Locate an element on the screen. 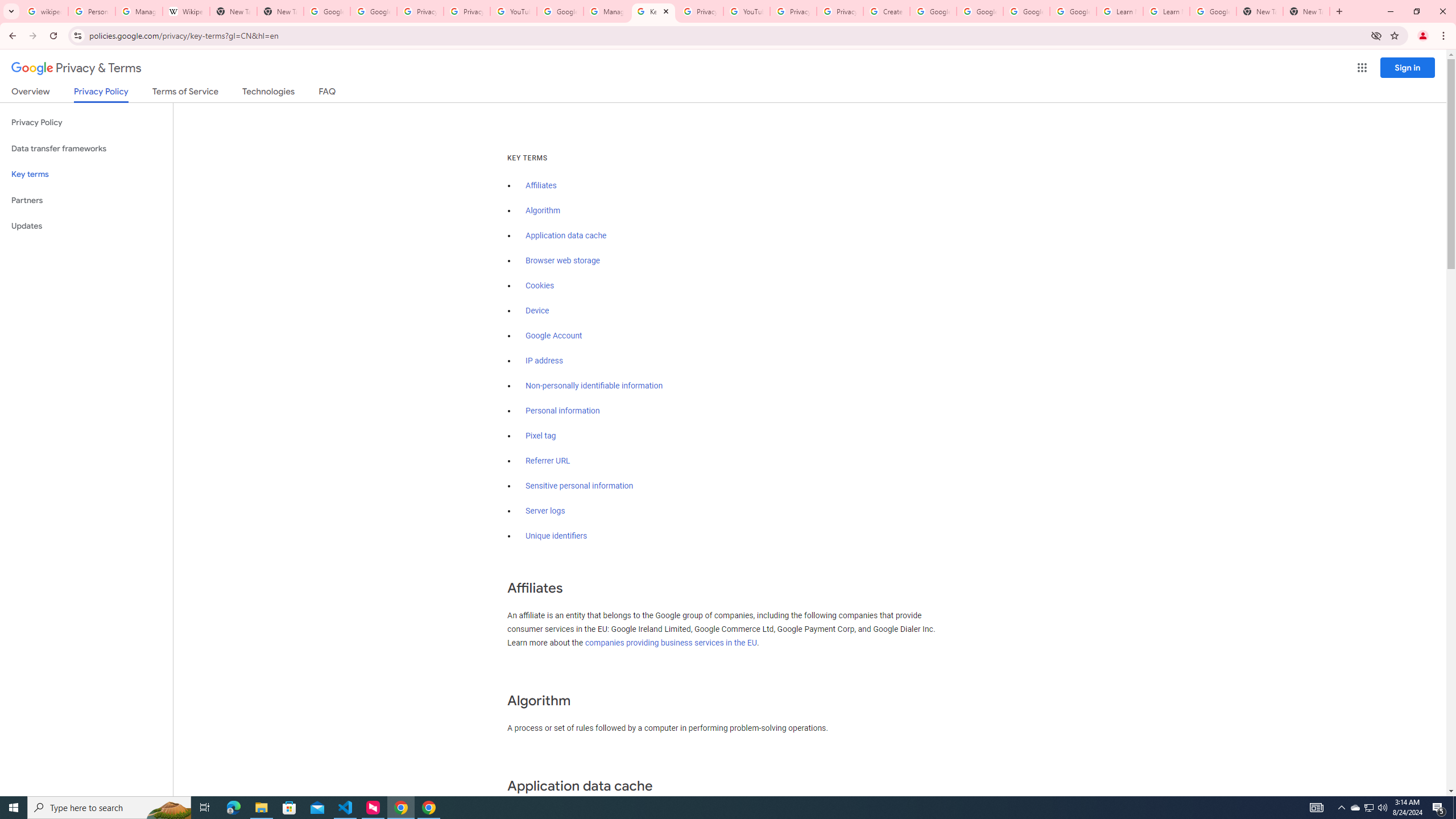  'Non-personally identifiable information' is located at coordinates (593, 385).